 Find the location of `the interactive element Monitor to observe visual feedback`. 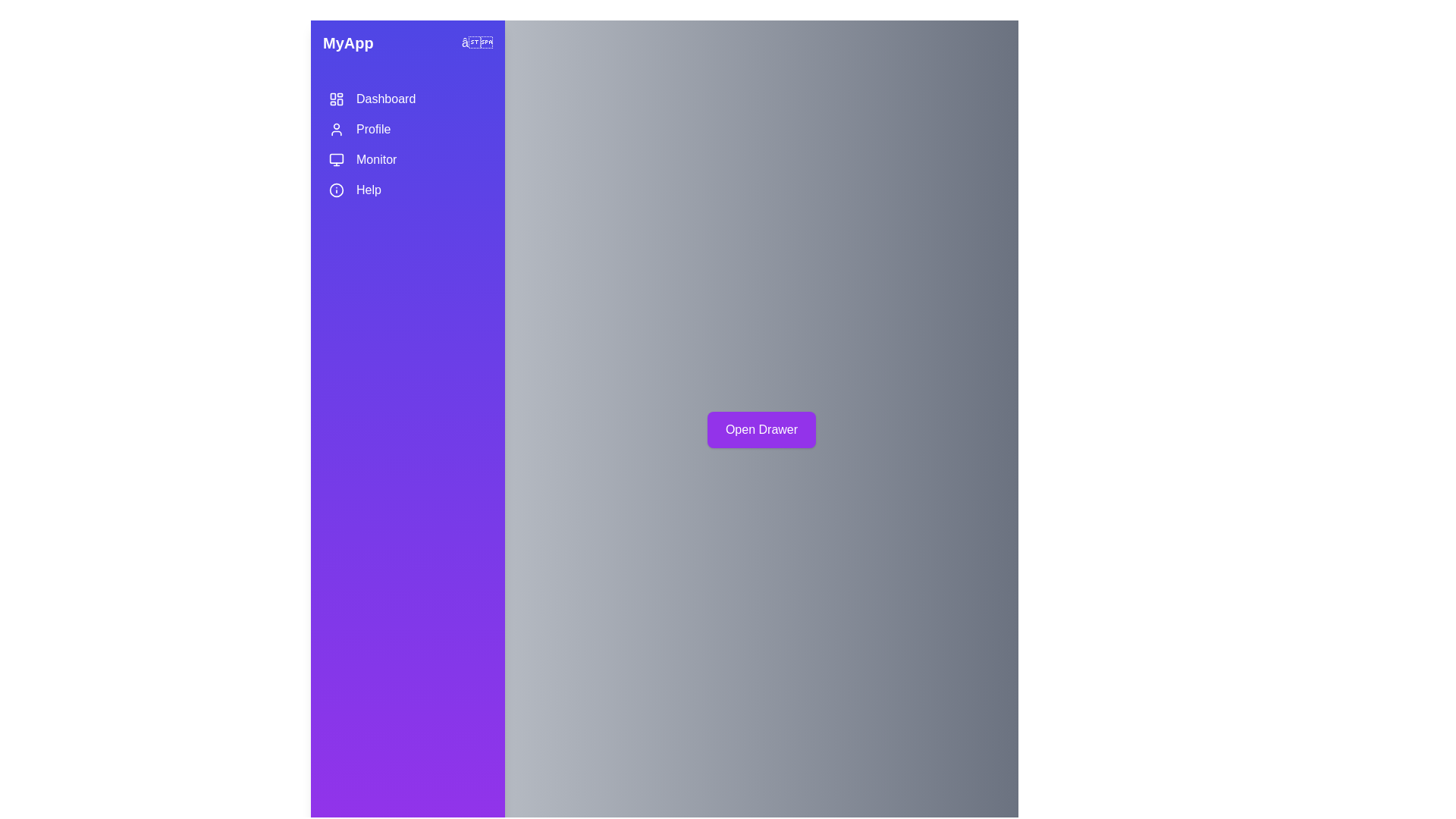

the interactive element Monitor to observe visual feedback is located at coordinates (407, 160).